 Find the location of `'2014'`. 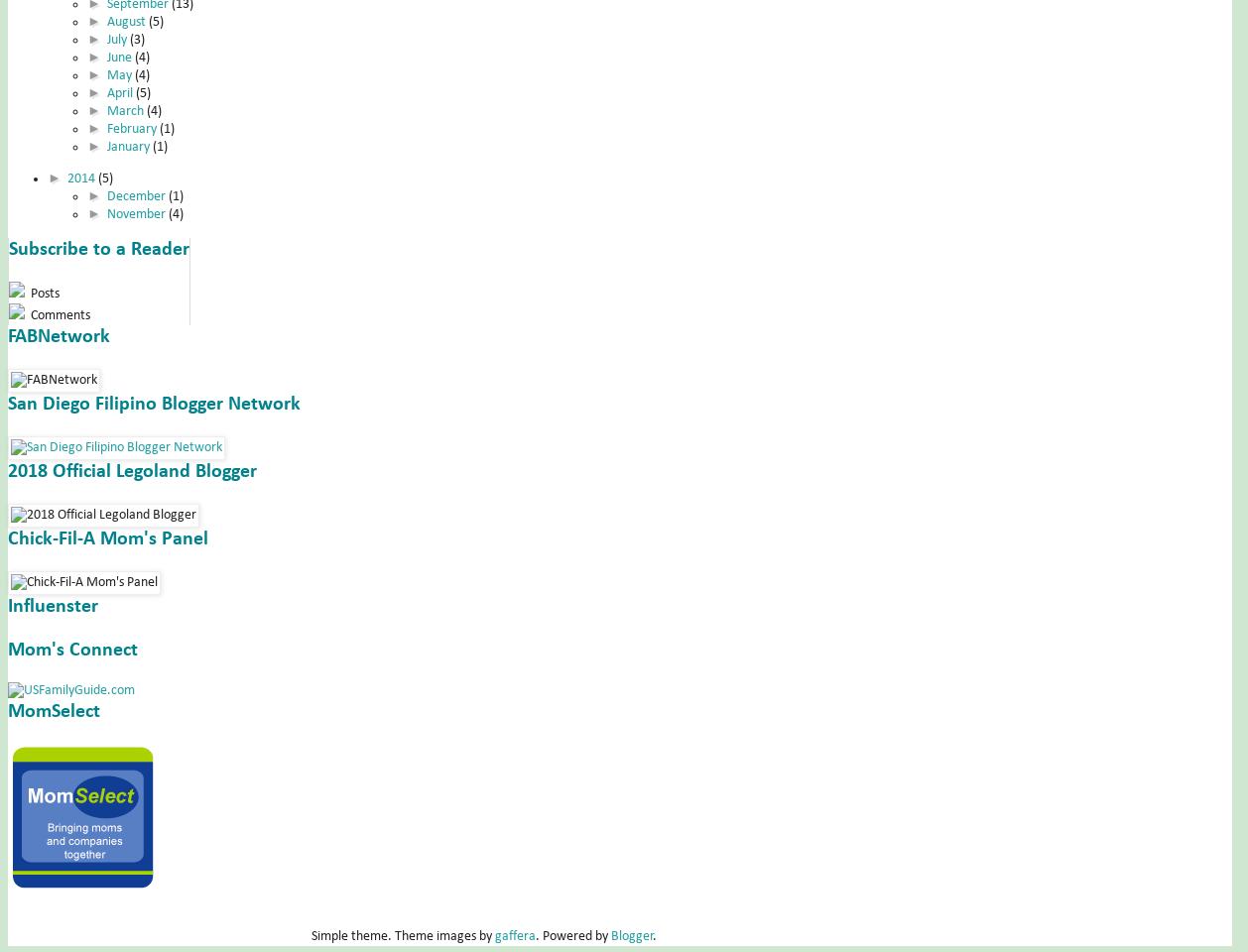

'2014' is located at coordinates (81, 177).